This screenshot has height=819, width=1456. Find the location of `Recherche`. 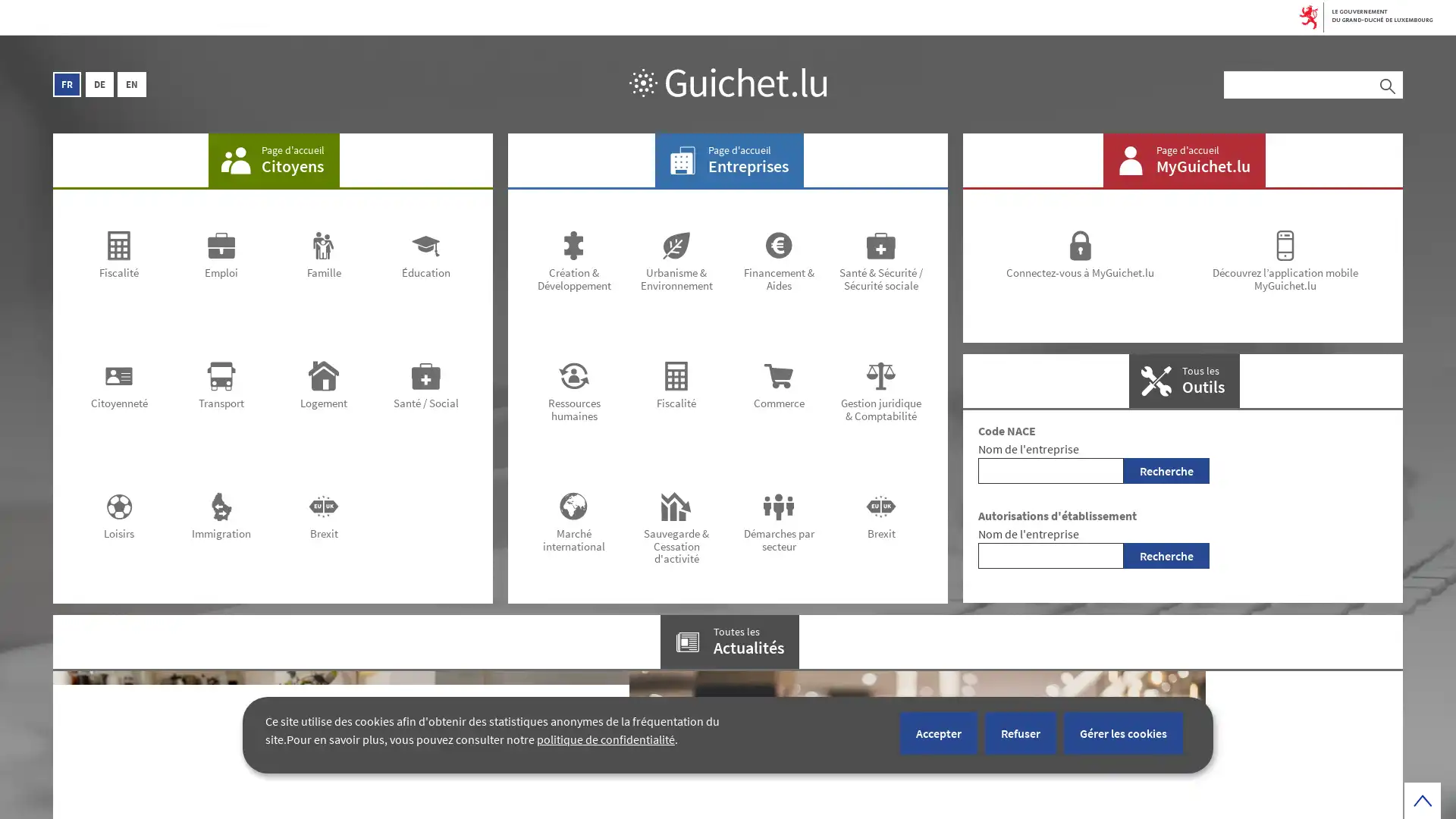

Recherche is located at coordinates (1165, 470).